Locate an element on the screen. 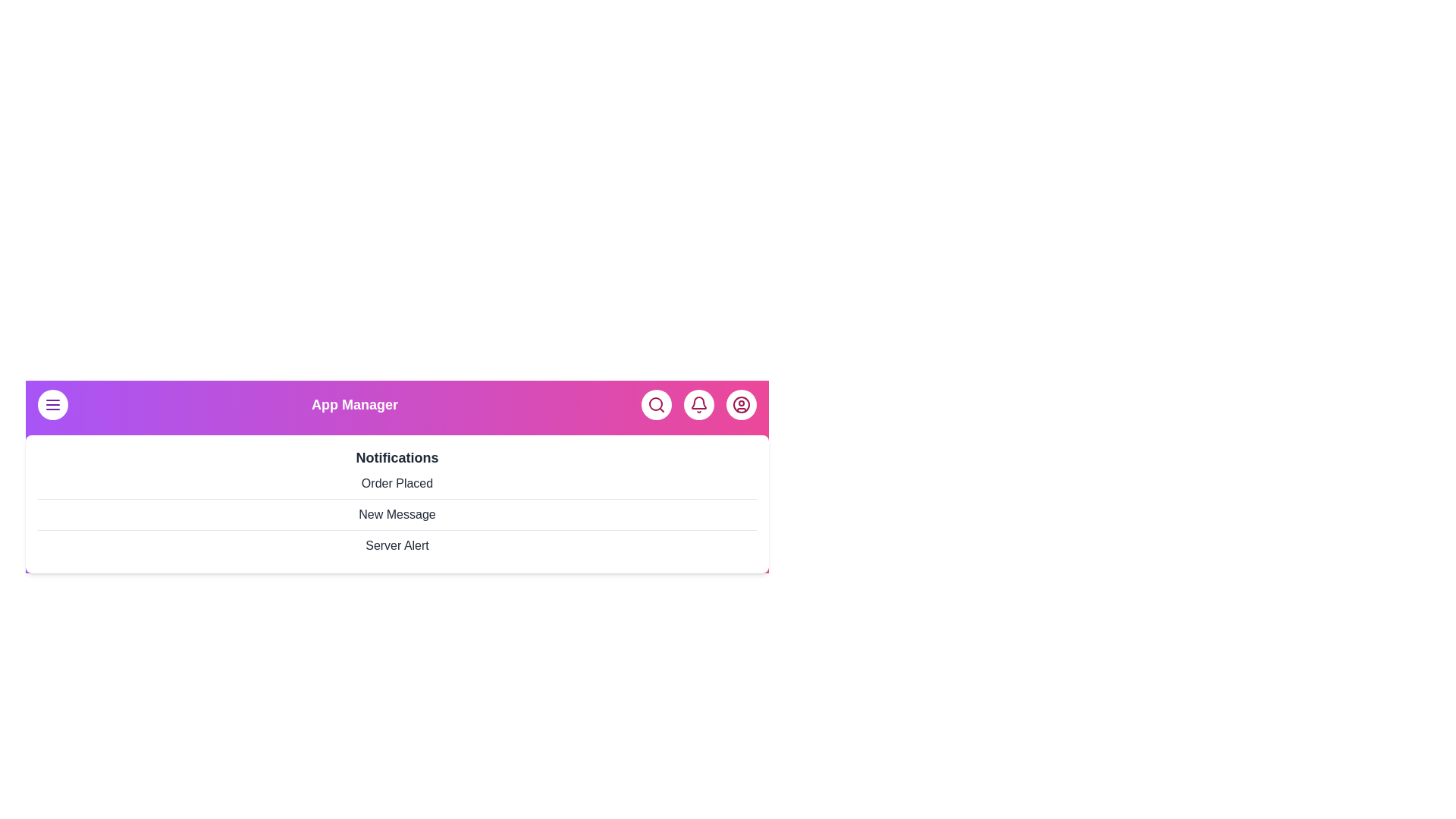  the notification item Order Placed from the list is located at coordinates (397, 484).